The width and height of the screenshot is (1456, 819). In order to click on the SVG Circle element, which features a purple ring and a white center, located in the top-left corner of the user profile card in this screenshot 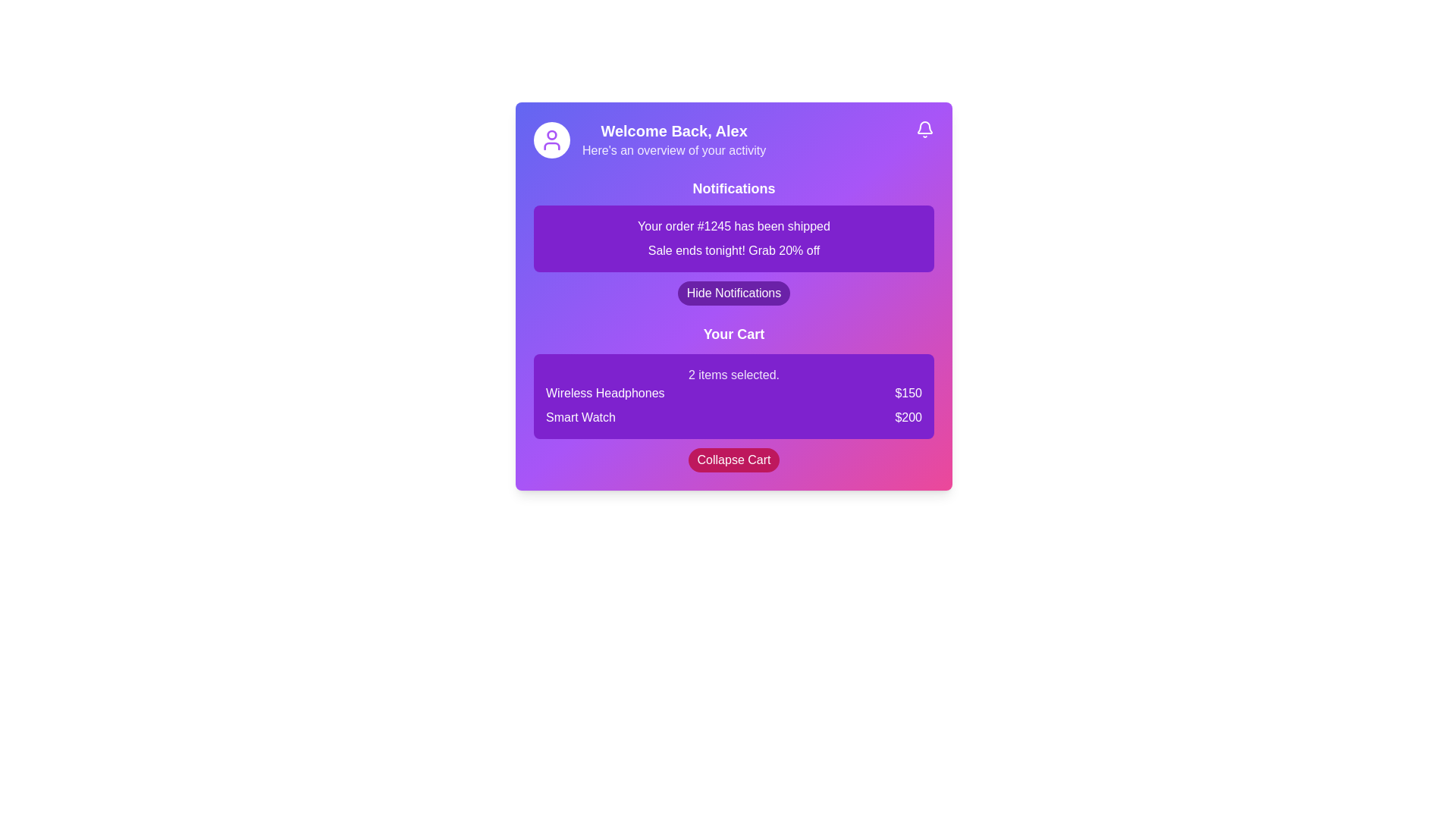, I will do `click(551, 133)`.